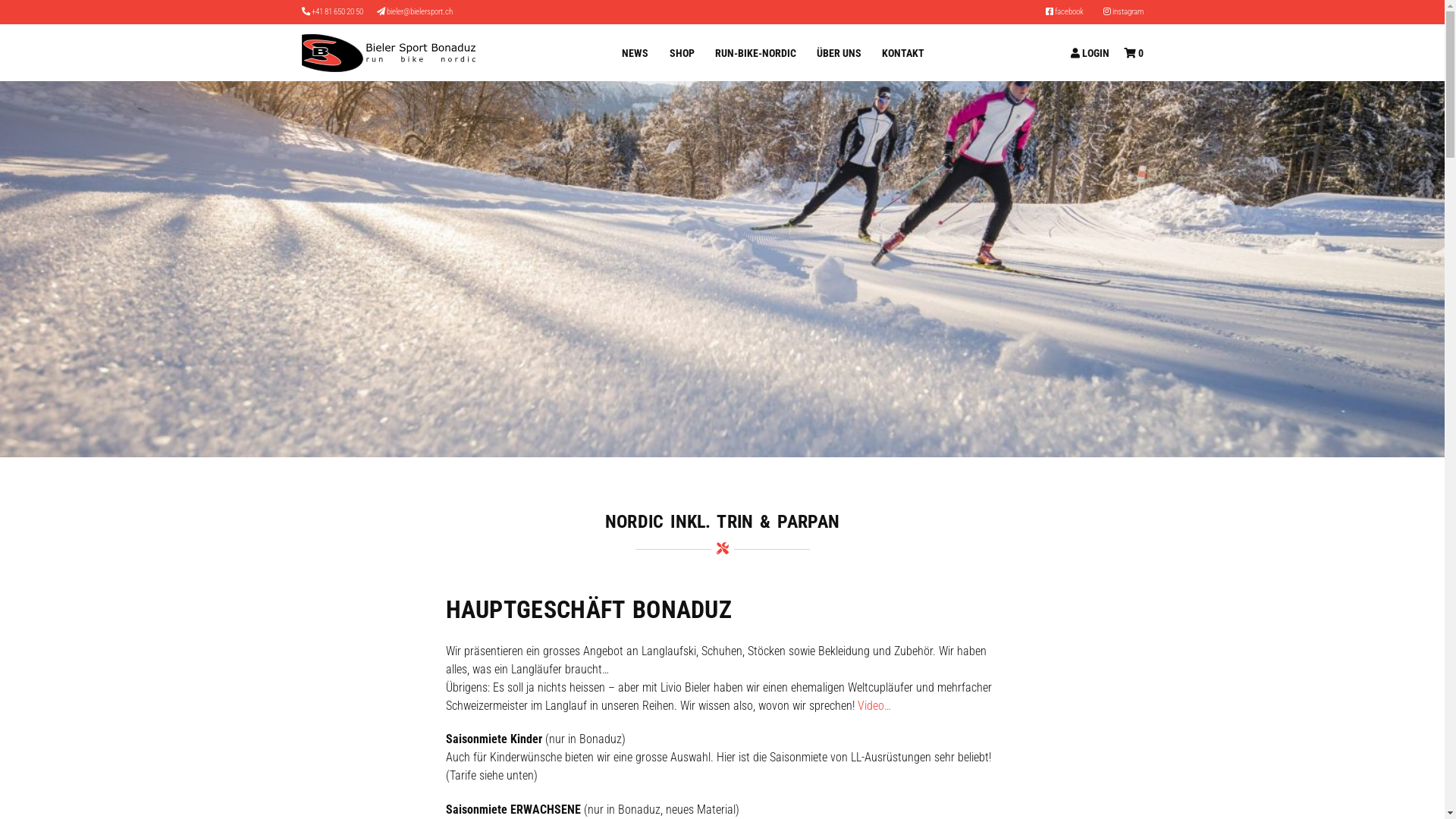 The width and height of the screenshot is (1456, 819). Describe the element at coordinates (1089, 52) in the screenshot. I see `'LOGIN'` at that location.